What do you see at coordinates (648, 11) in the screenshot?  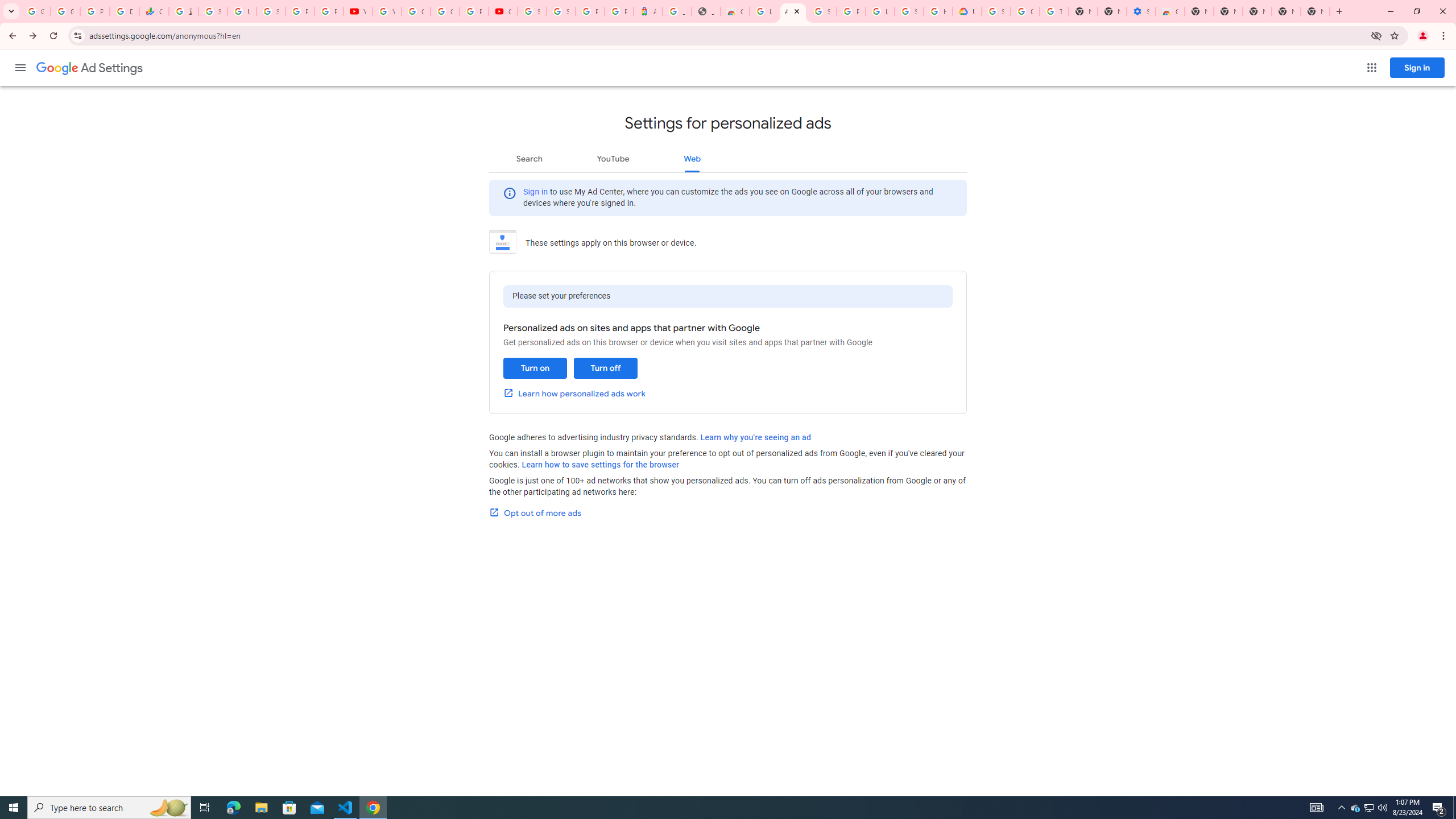 I see `'Atour Hotel - Google hotels'` at bounding box center [648, 11].